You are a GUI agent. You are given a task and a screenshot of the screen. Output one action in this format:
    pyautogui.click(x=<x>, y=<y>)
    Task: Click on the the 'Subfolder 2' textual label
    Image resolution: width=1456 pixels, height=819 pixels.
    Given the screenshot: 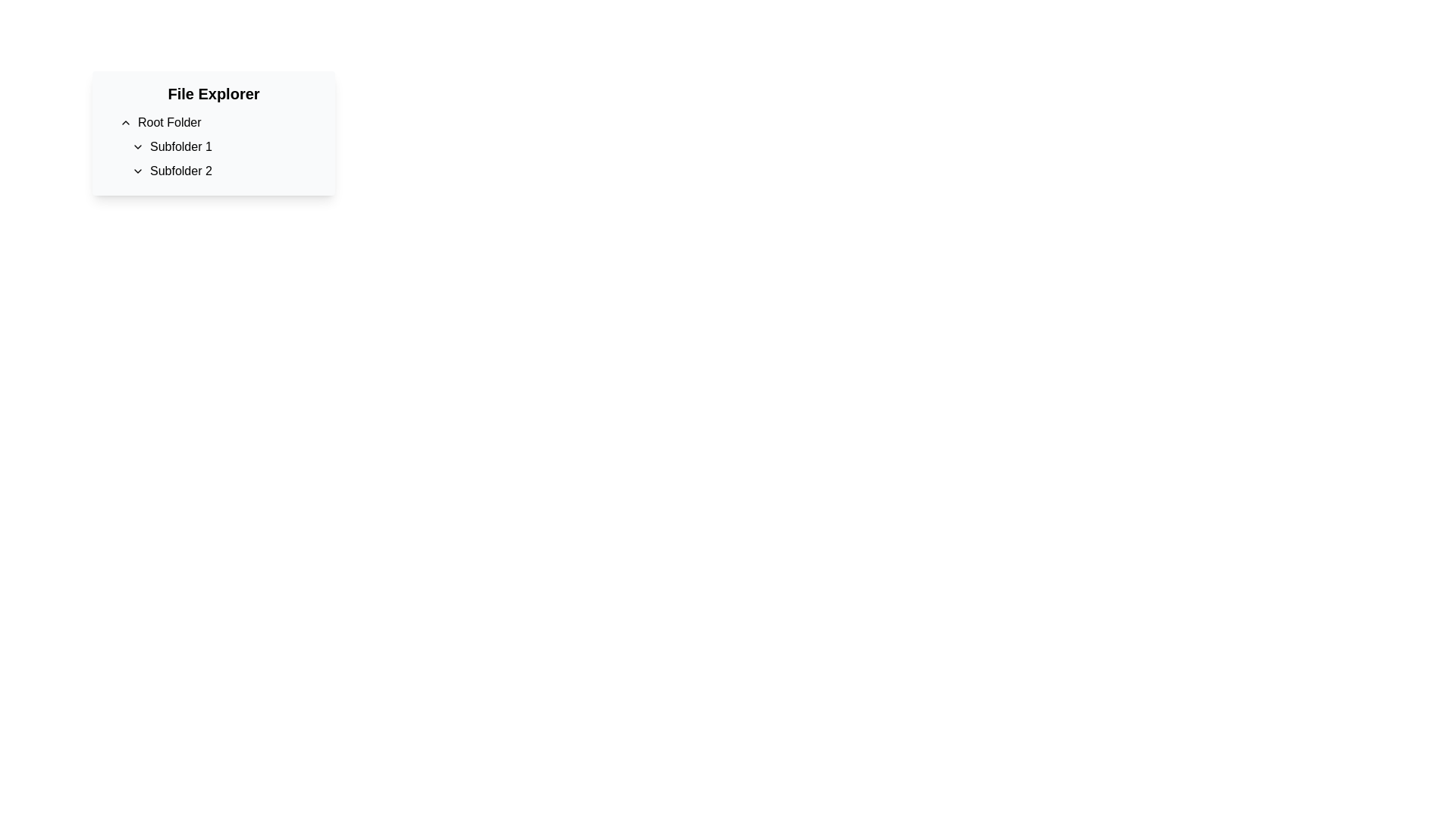 What is the action you would take?
    pyautogui.click(x=180, y=171)
    